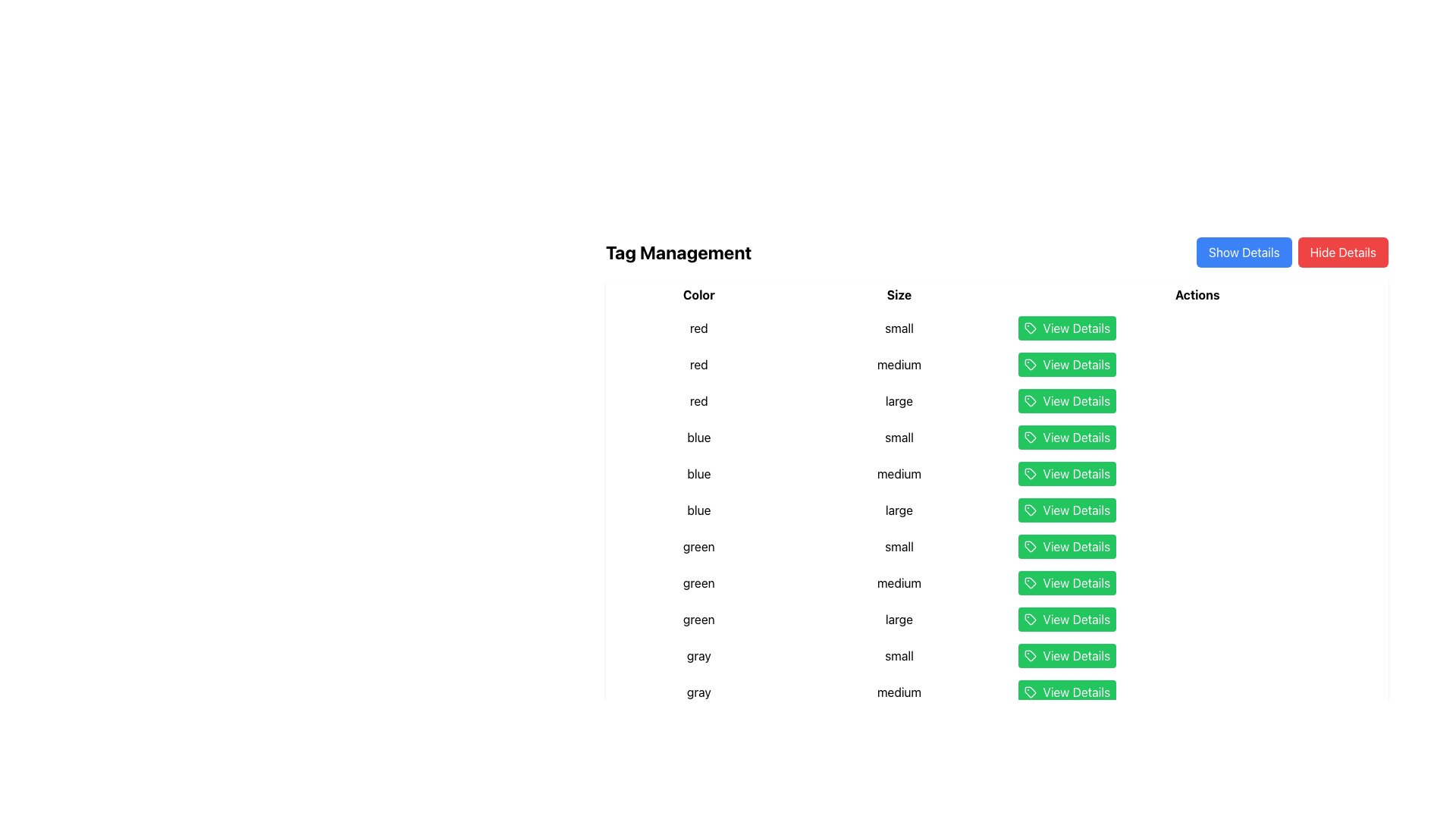 Image resolution: width=1456 pixels, height=819 pixels. Describe the element at coordinates (1244, 251) in the screenshot. I see `the 'Show Details' button located on the right side of the interface, adjacent to the 'Tag Management' header` at that location.